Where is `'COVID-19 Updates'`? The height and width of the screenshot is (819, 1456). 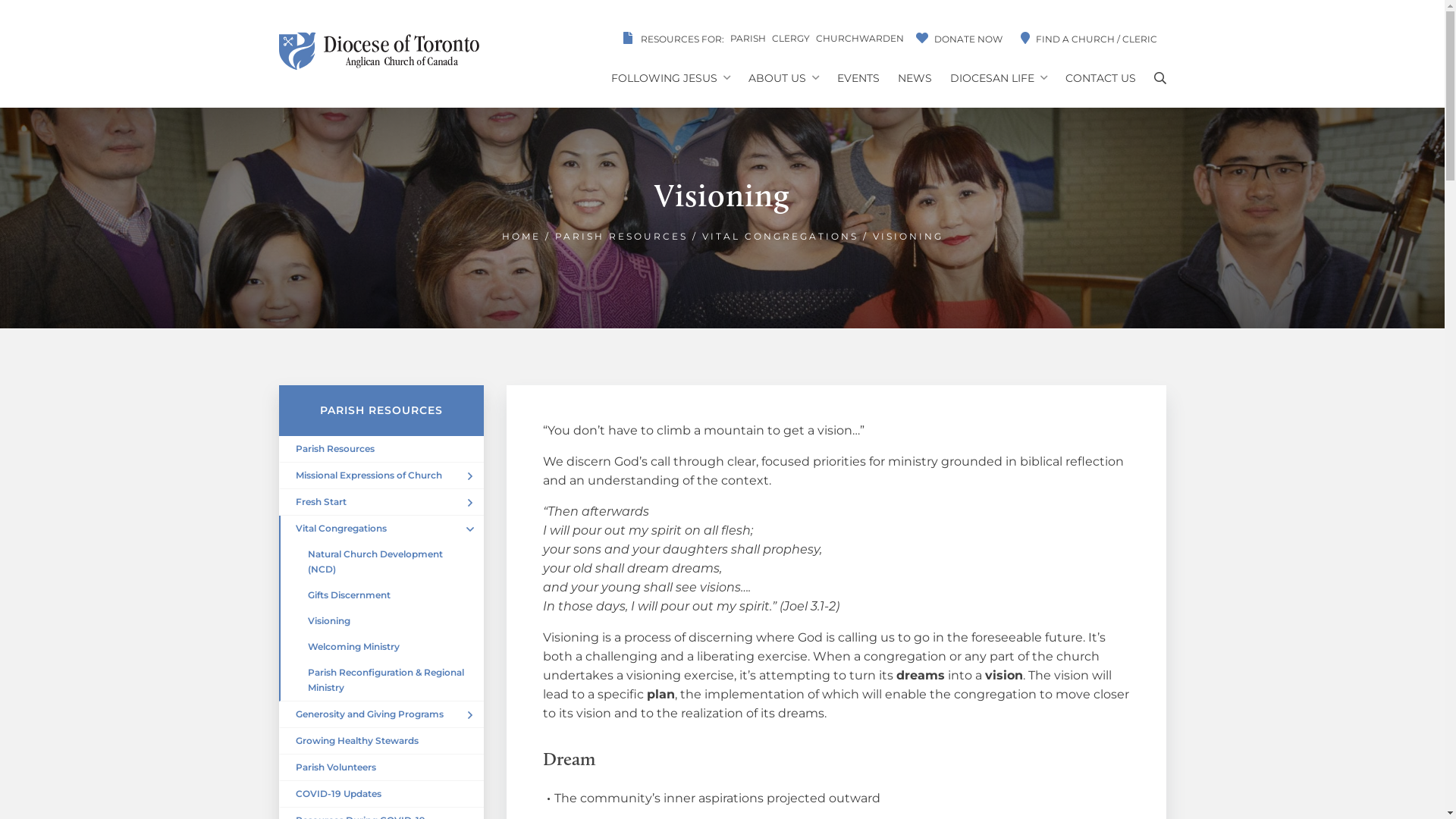
'COVID-19 Updates' is located at coordinates (381, 793).